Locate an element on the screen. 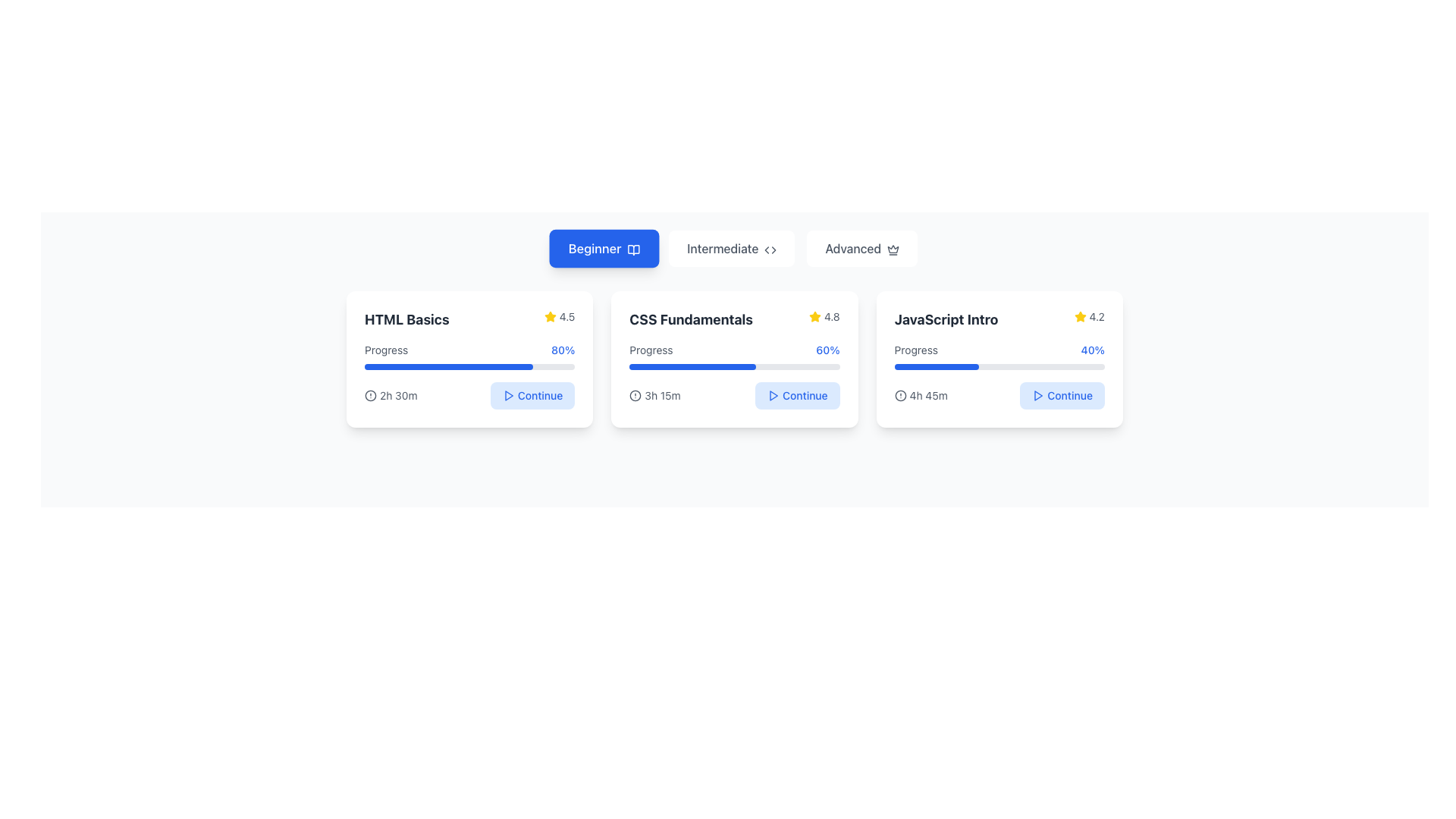 Image resolution: width=1456 pixels, height=819 pixels. the average rating display text '4.5' located at the top-right corner of the 'HTML Basics' card, which is aligned closely to the right of the yellow star icon is located at coordinates (566, 315).